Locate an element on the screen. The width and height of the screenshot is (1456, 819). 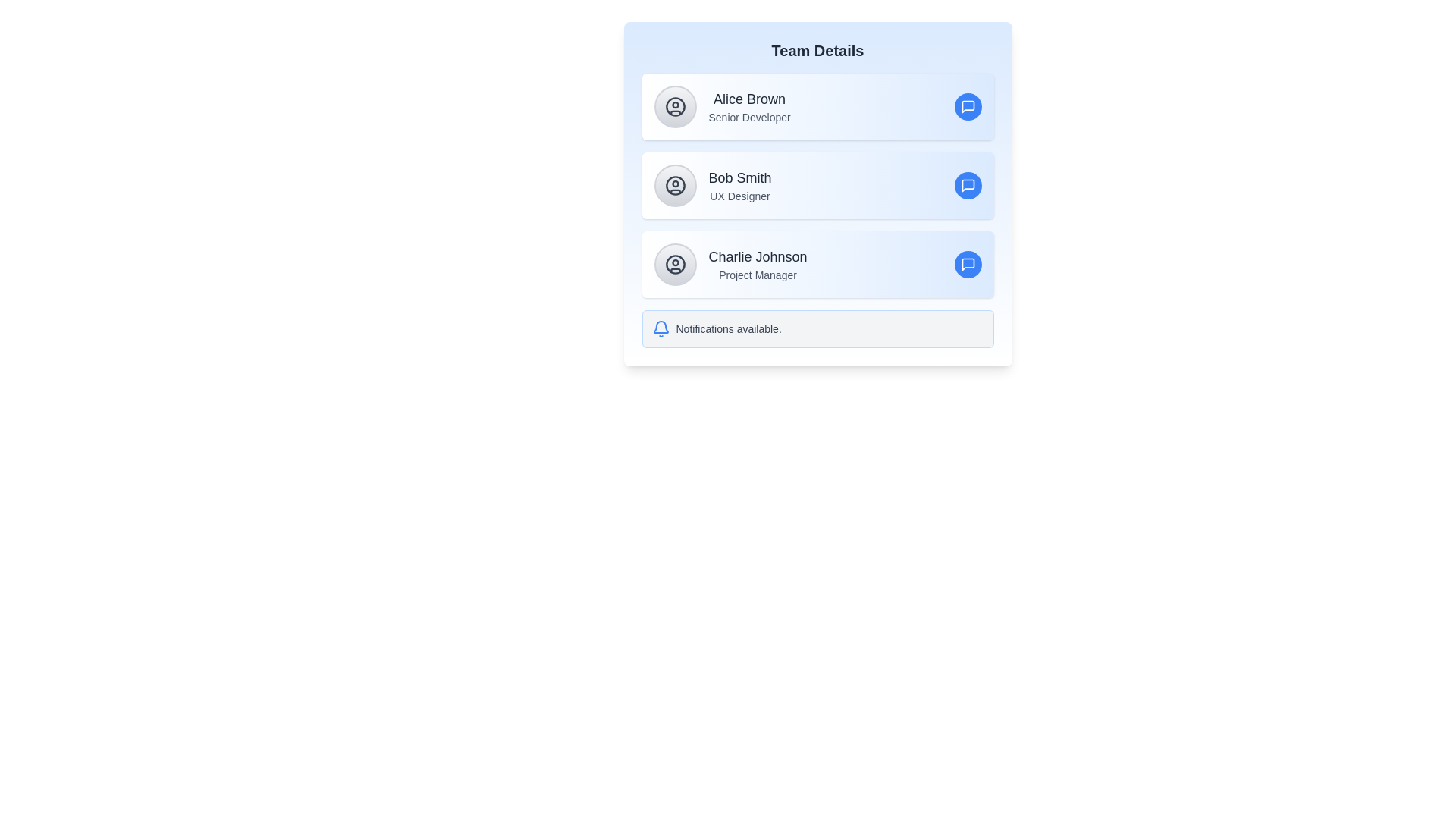
the button with an icon to initiate a message or chat interaction with 'Charlie Johnson' in the 'Team Details' interface, located in the bottom section of the user listing card is located at coordinates (967, 263).